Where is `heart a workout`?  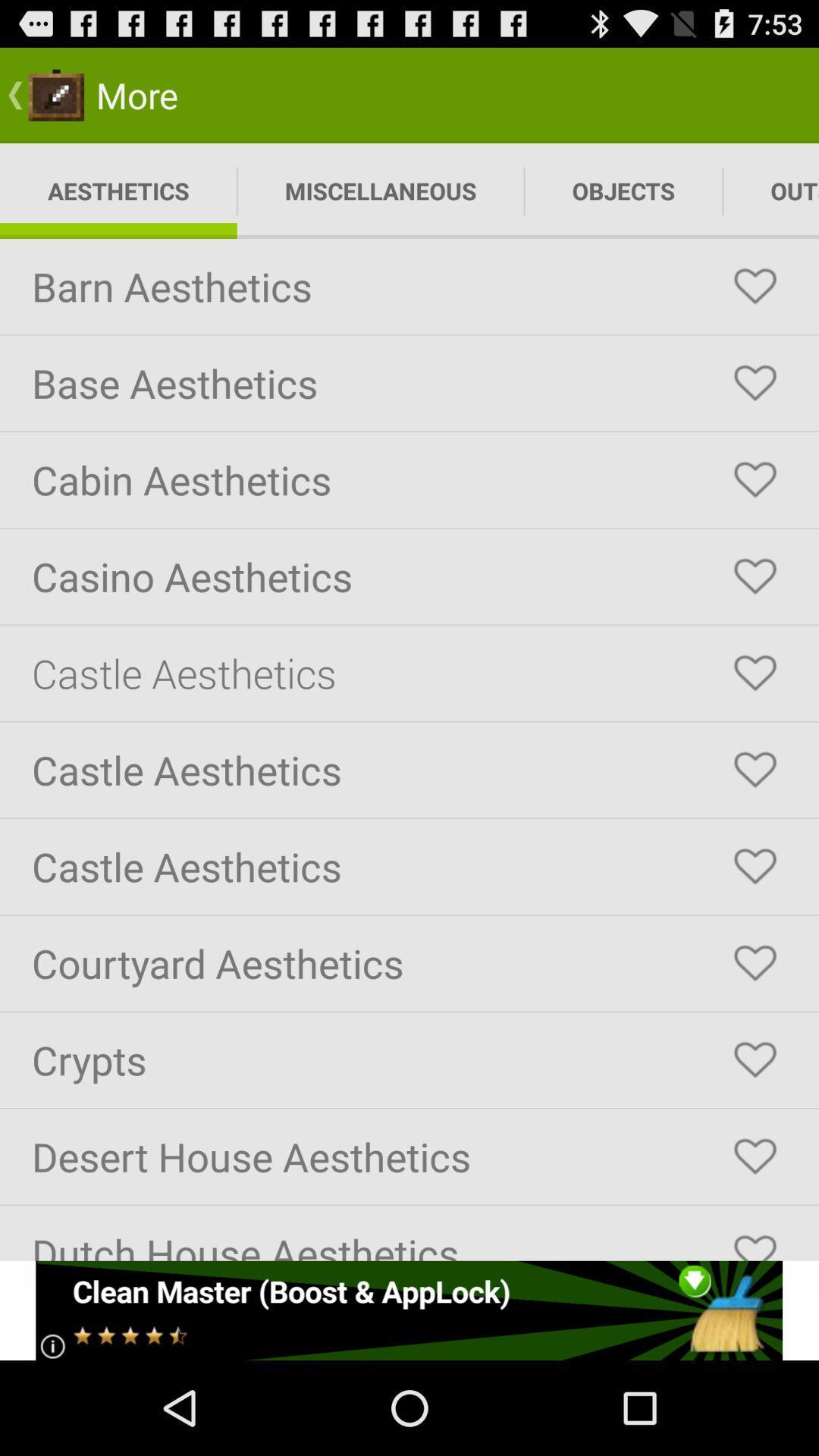 heart a workout is located at coordinates (755, 383).